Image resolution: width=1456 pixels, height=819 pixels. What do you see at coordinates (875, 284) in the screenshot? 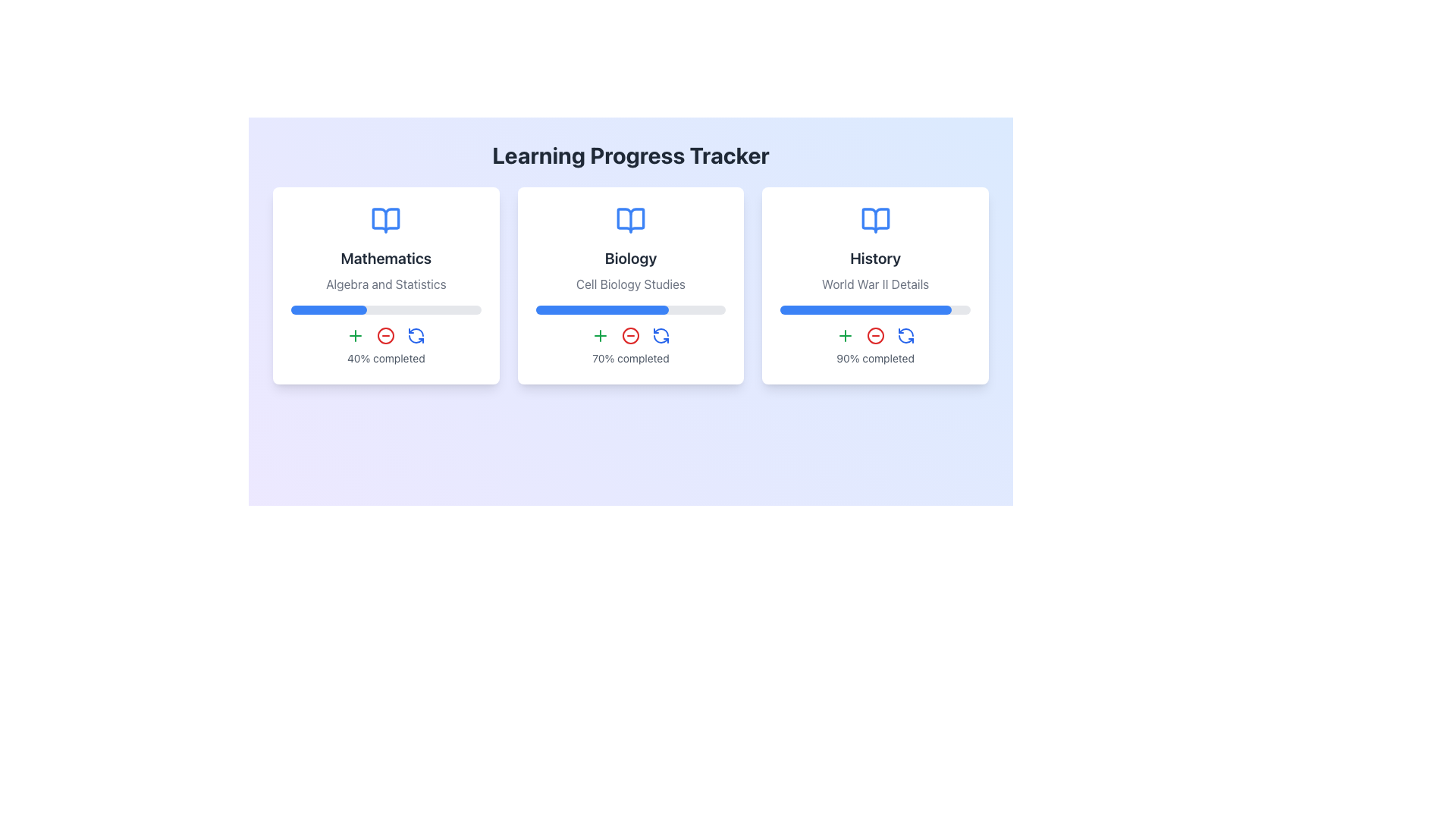
I see `the subtitle text label within the 'History' card that provides additional context about the content, located below the card's title and above the progress bar` at bounding box center [875, 284].